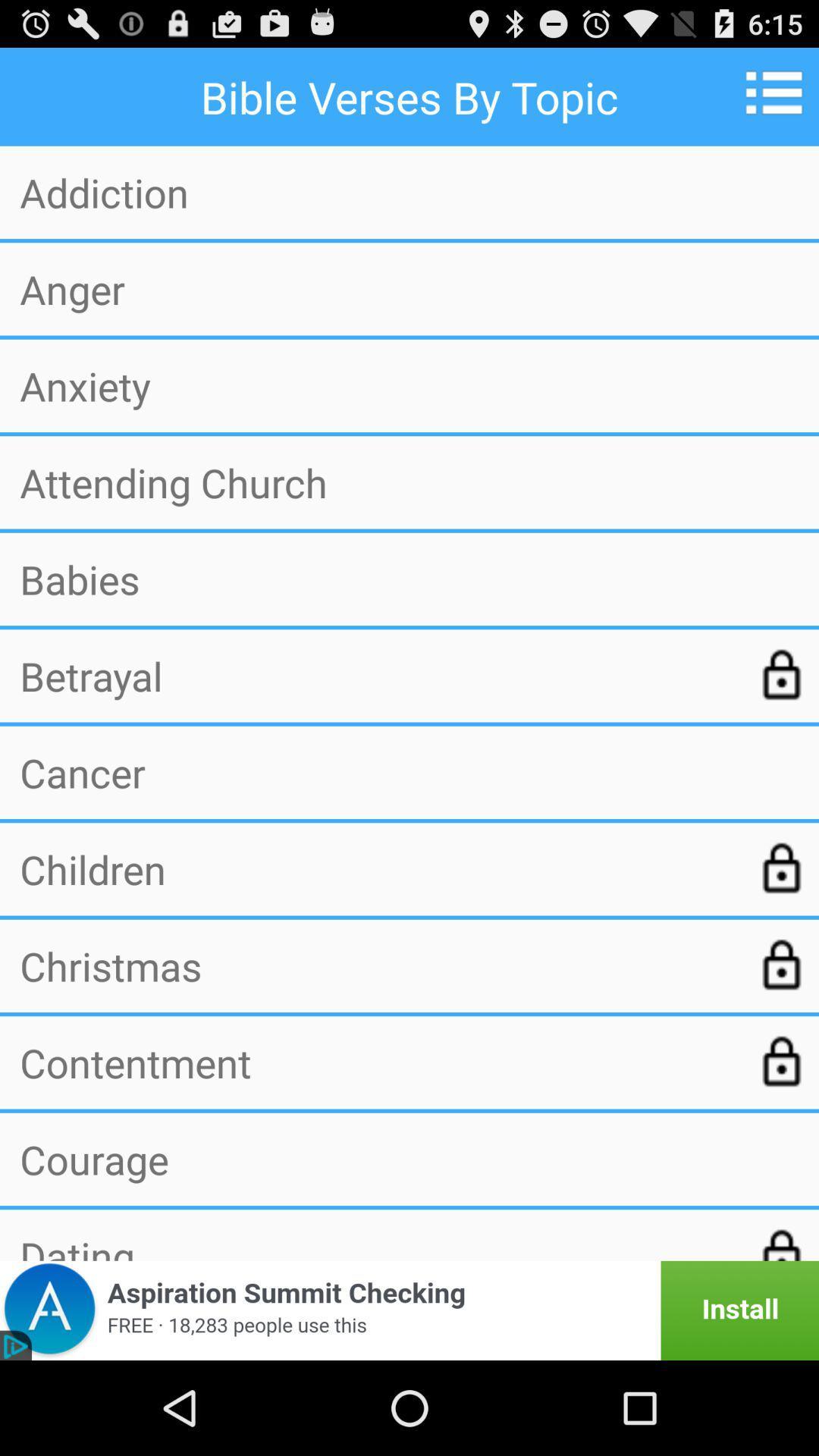 The image size is (819, 1456). I want to click on open advertisement, so click(409, 1310).